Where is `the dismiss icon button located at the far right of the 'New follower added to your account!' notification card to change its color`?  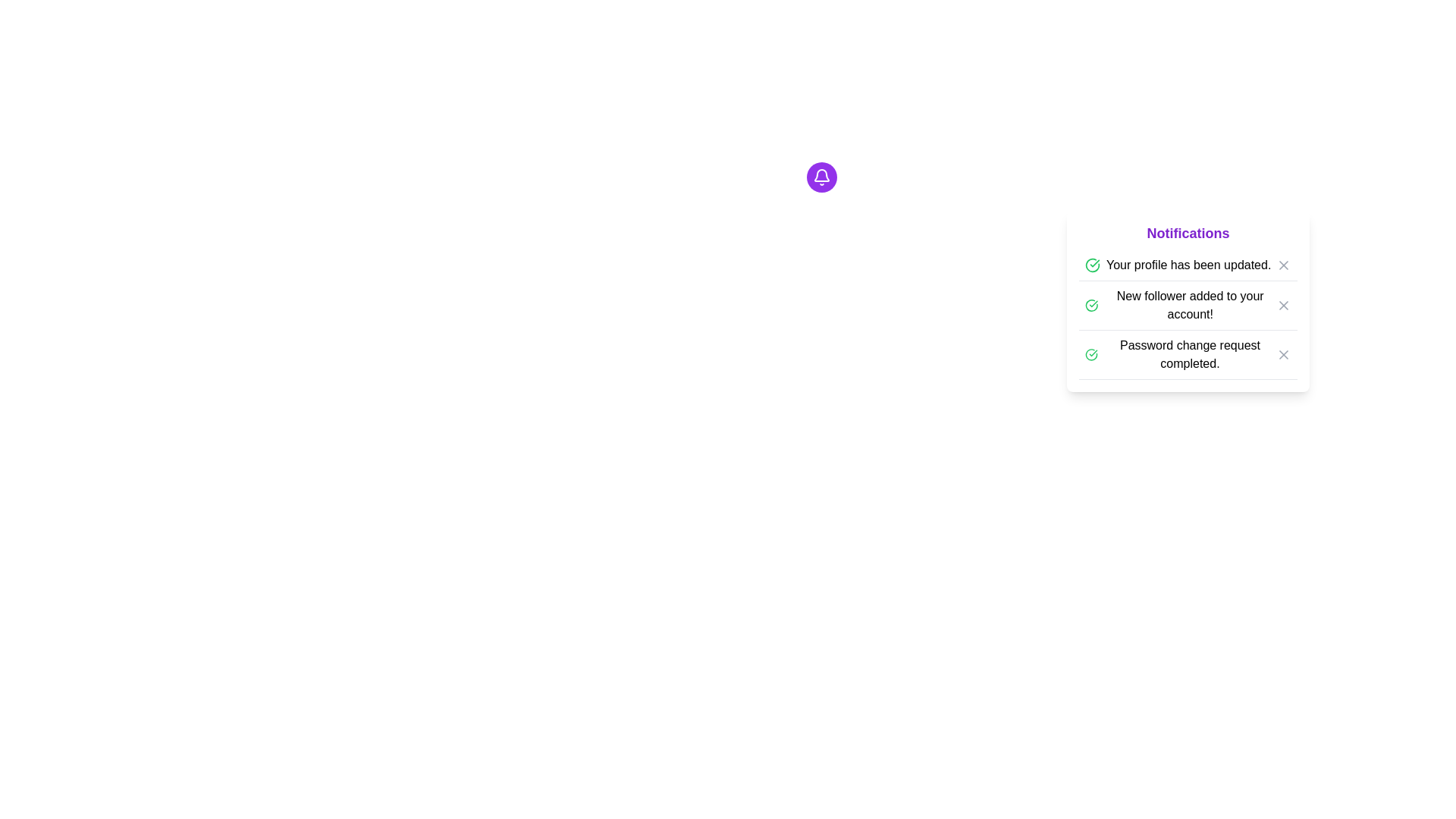
the dismiss icon button located at the far right of the 'New follower added to your account!' notification card to change its color is located at coordinates (1283, 305).